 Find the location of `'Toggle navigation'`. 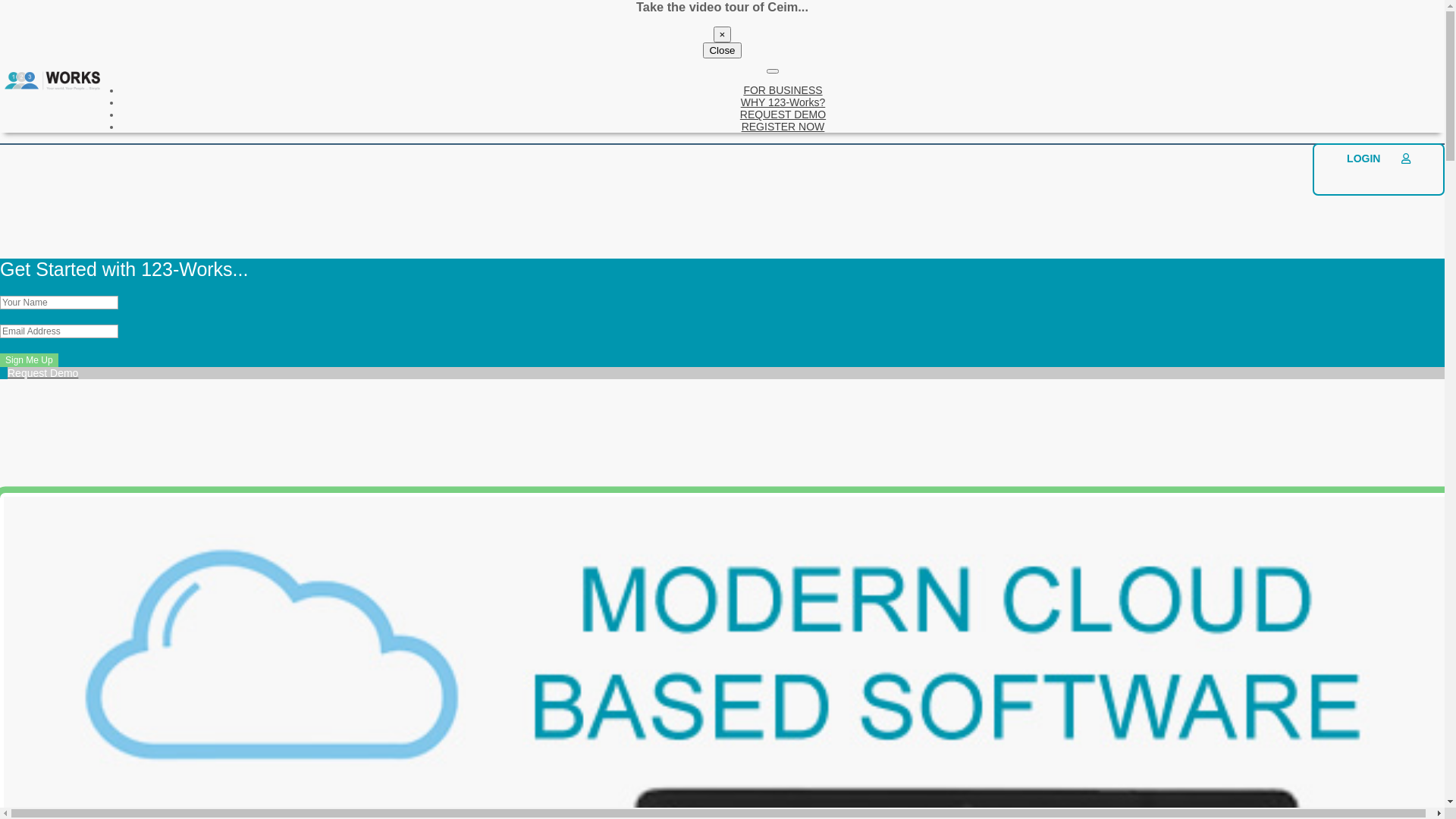

'Toggle navigation' is located at coordinates (772, 71).